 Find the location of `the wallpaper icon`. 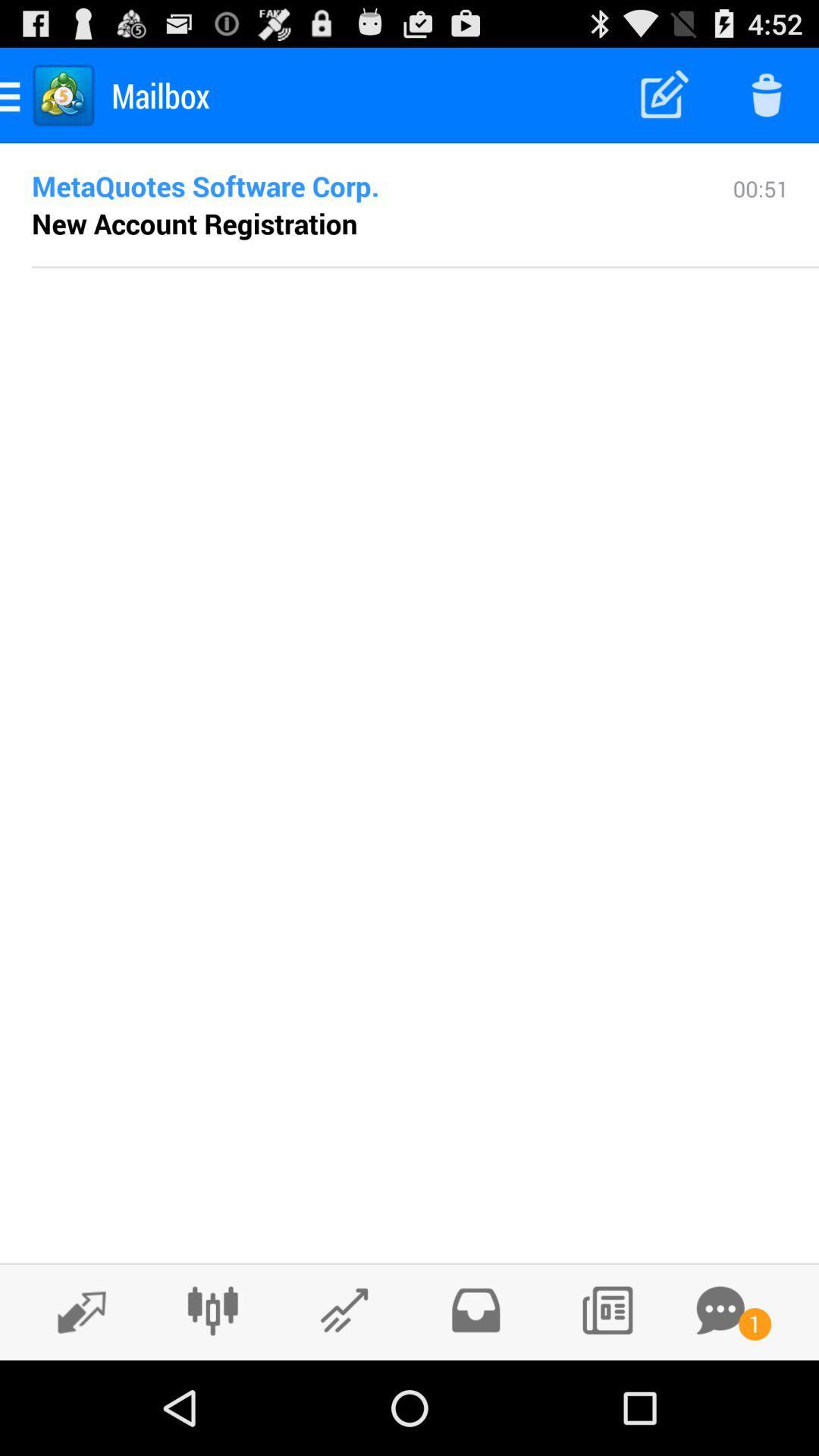

the wallpaper icon is located at coordinates (606, 1401).